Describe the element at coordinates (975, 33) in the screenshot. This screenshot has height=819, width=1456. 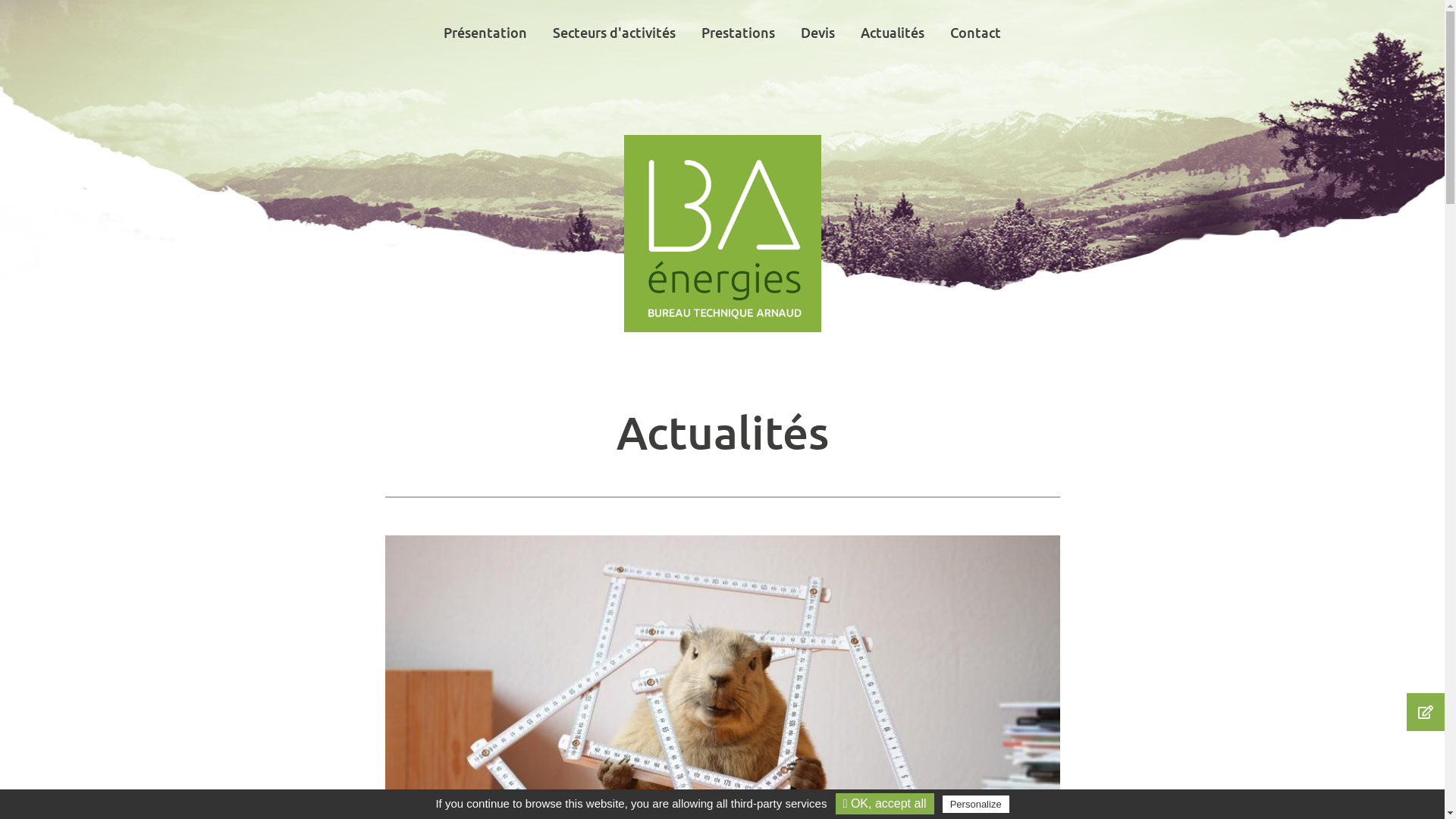
I see `'Contact'` at that location.